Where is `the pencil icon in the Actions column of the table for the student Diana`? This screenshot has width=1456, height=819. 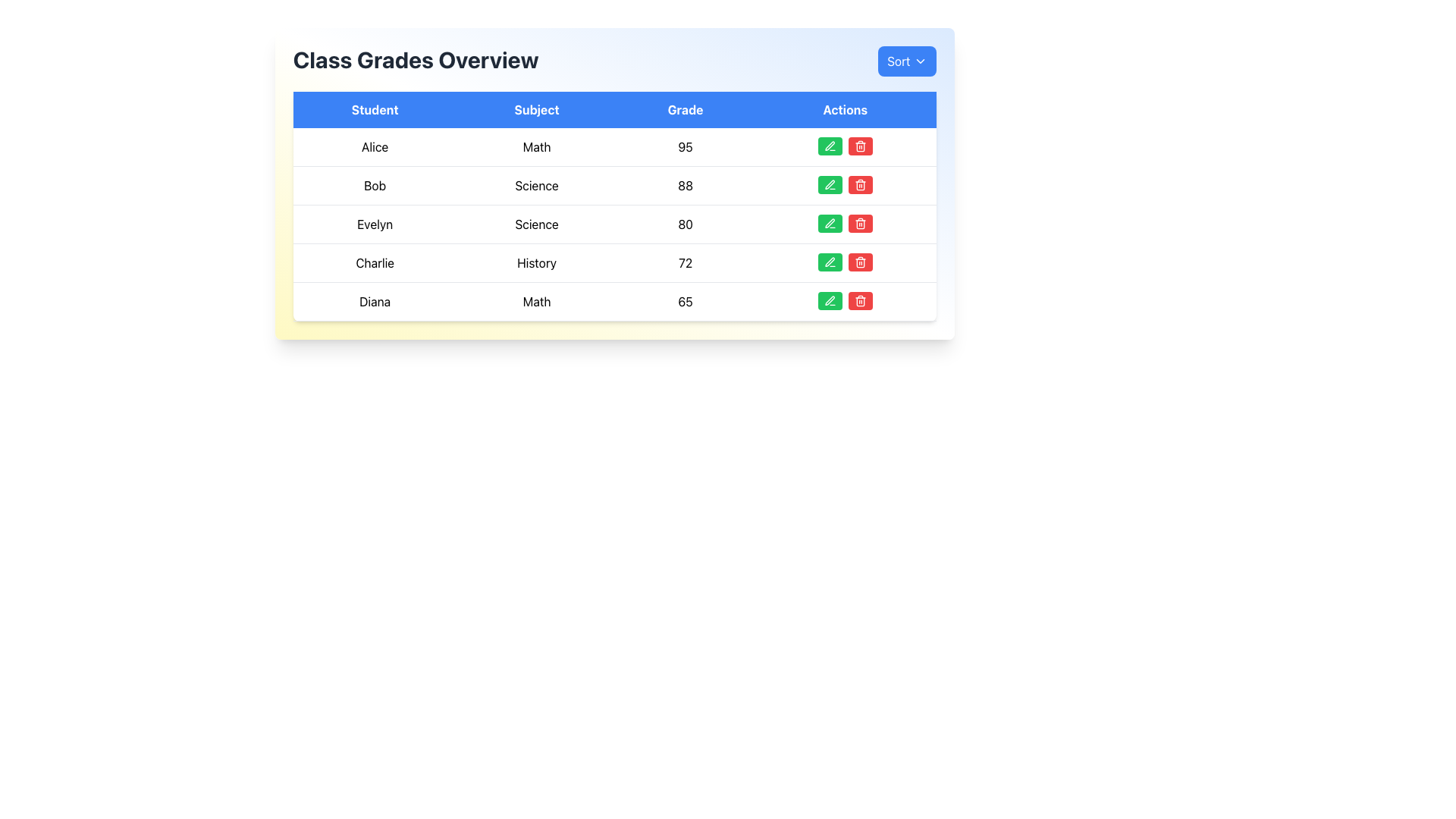
the pencil icon in the Actions column of the table for the student Diana is located at coordinates (829, 301).